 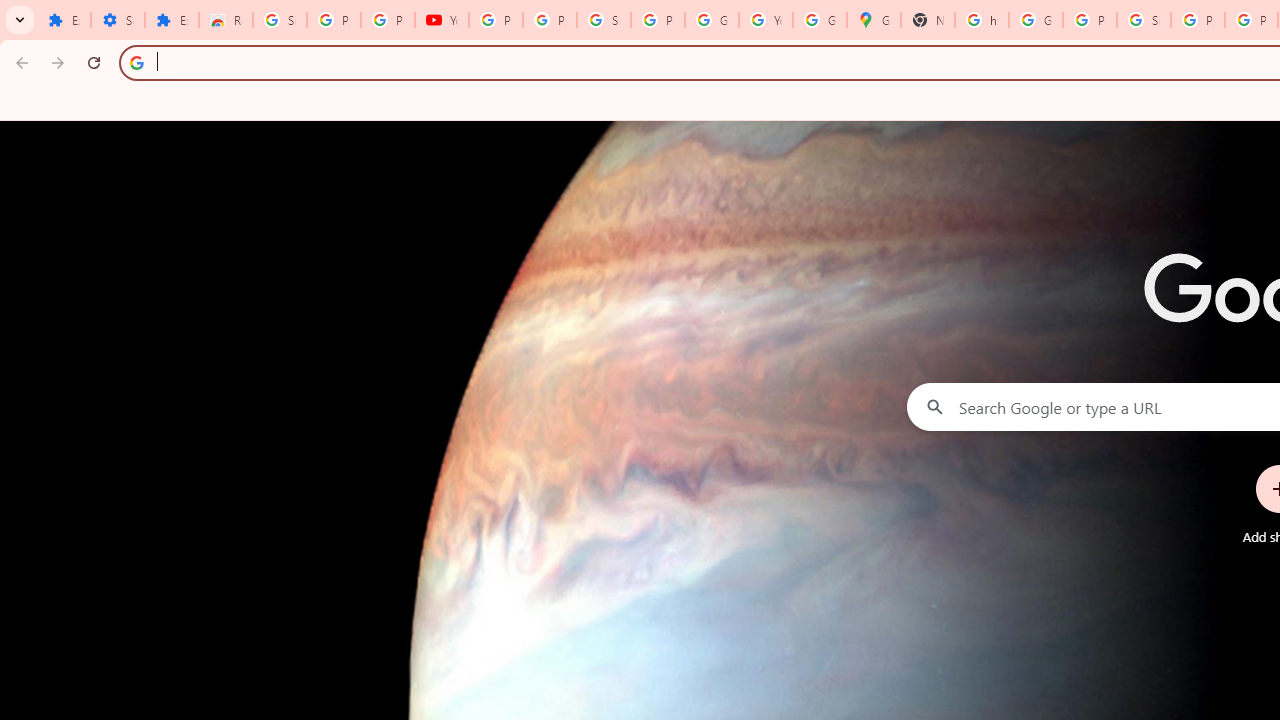 What do you see at coordinates (116, 20) in the screenshot?
I see `'Settings'` at bounding box center [116, 20].